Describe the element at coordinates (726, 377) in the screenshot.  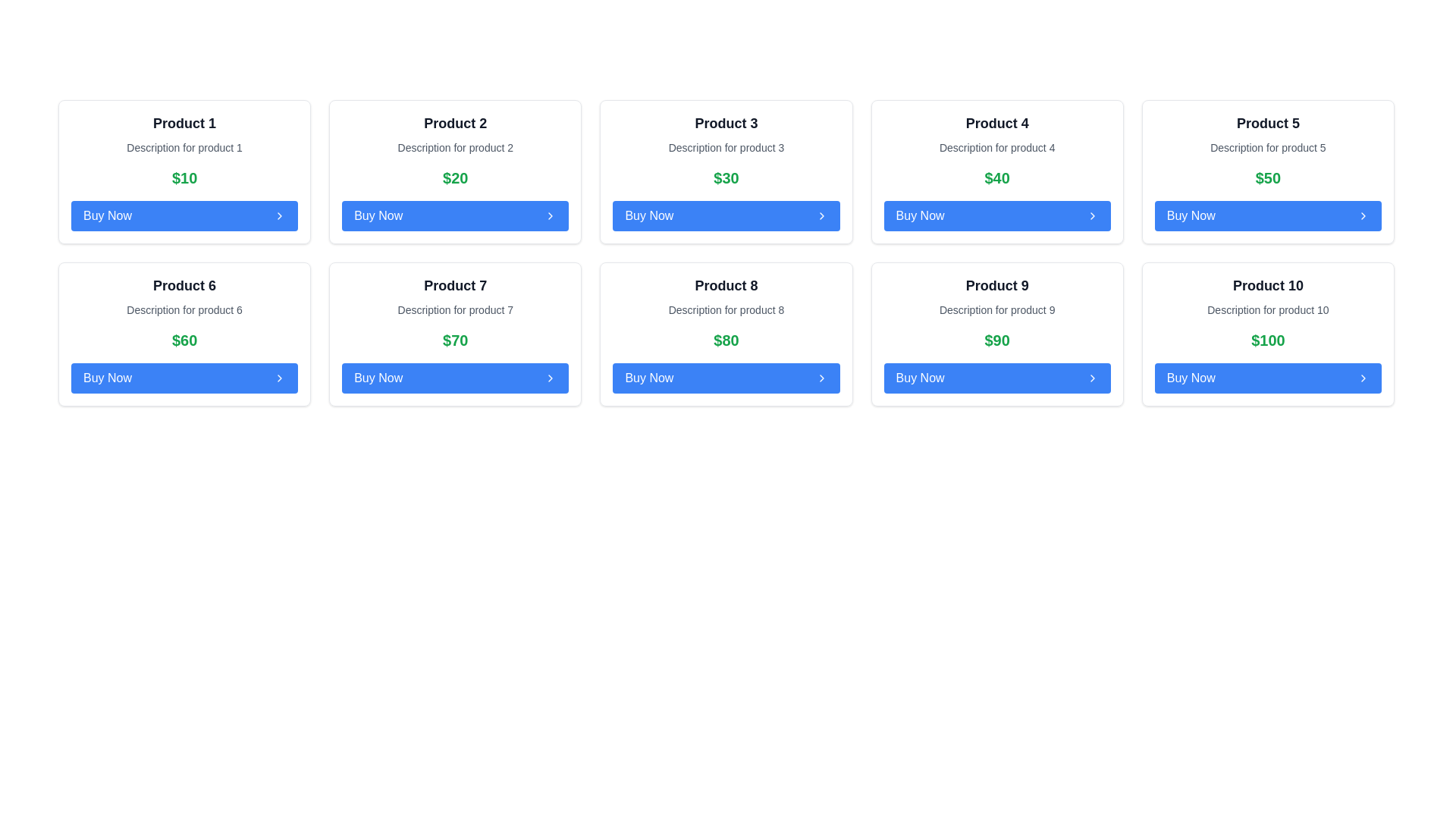
I see `the call-to-action button located at the bottom of the eighth product card, beneath the product price '$80'` at that location.